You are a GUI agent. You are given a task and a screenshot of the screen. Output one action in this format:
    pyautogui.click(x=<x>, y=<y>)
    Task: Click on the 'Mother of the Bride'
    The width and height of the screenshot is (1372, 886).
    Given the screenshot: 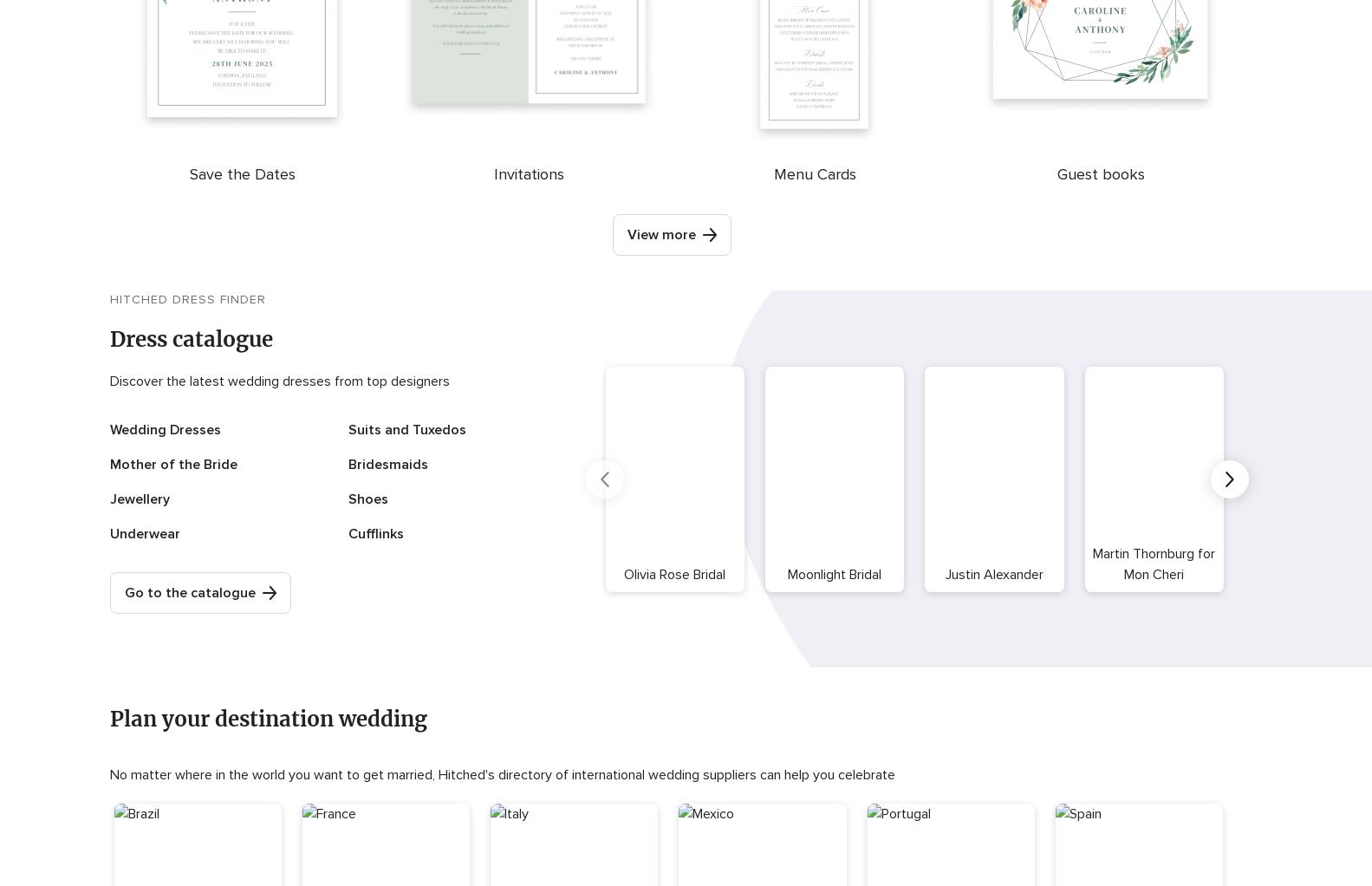 What is the action you would take?
    pyautogui.click(x=172, y=464)
    